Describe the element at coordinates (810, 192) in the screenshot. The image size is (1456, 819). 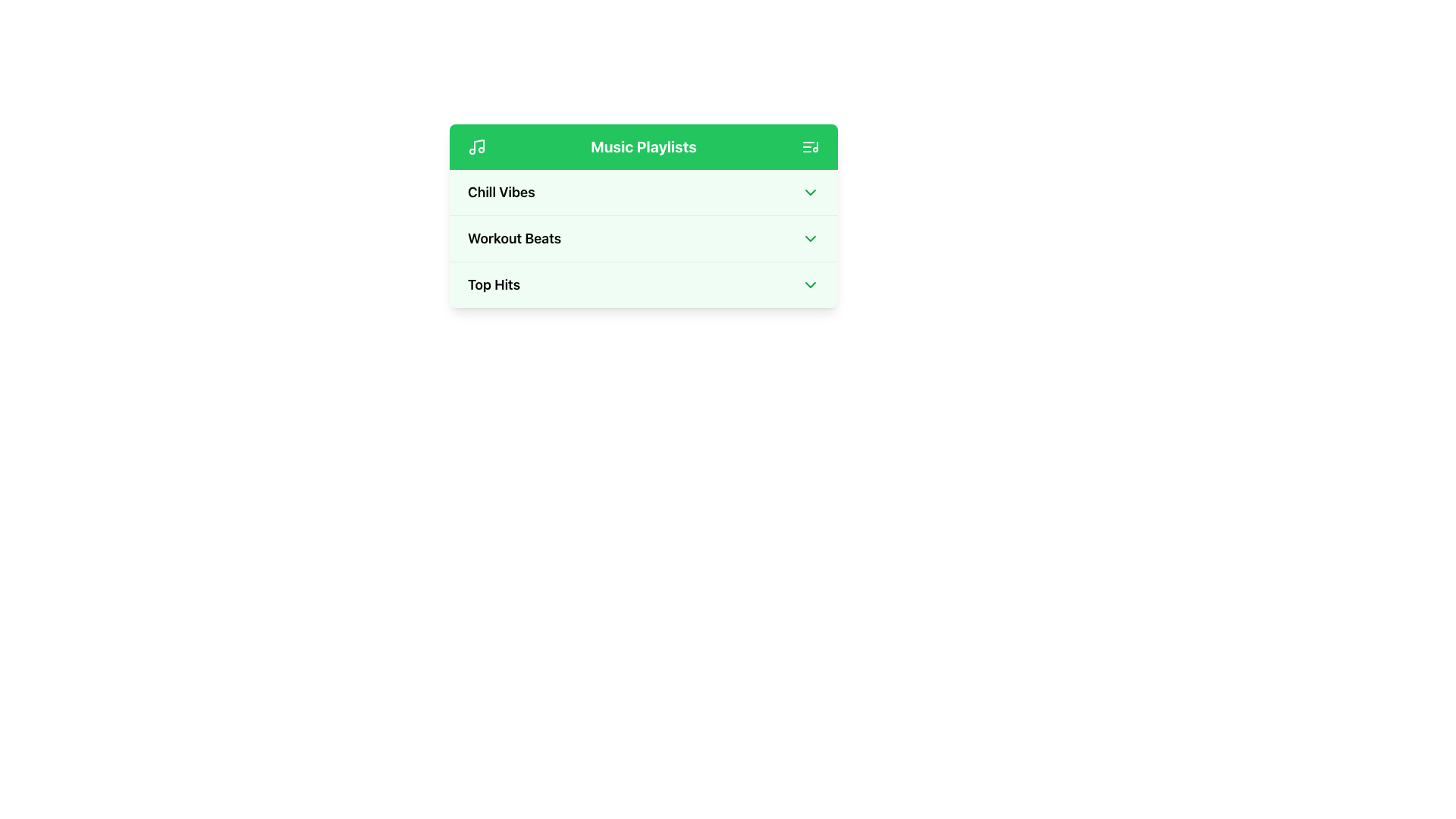
I see `the dropdown toggle icon button located to the right of 'Chill Vibes' in the Music Playlists section` at that location.